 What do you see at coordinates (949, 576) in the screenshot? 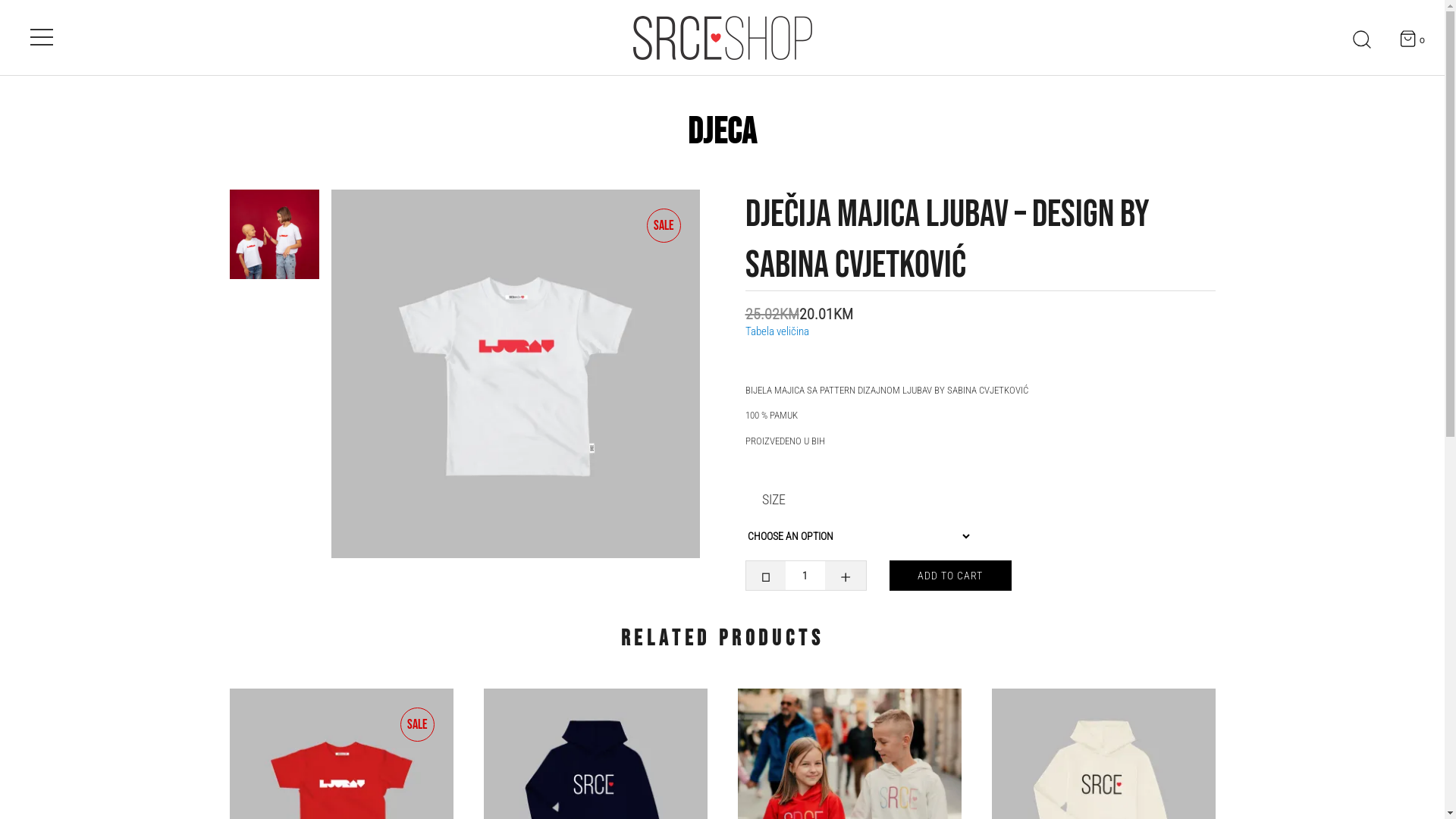
I see `'ADD TO CART'` at bounding box center [949, 576].